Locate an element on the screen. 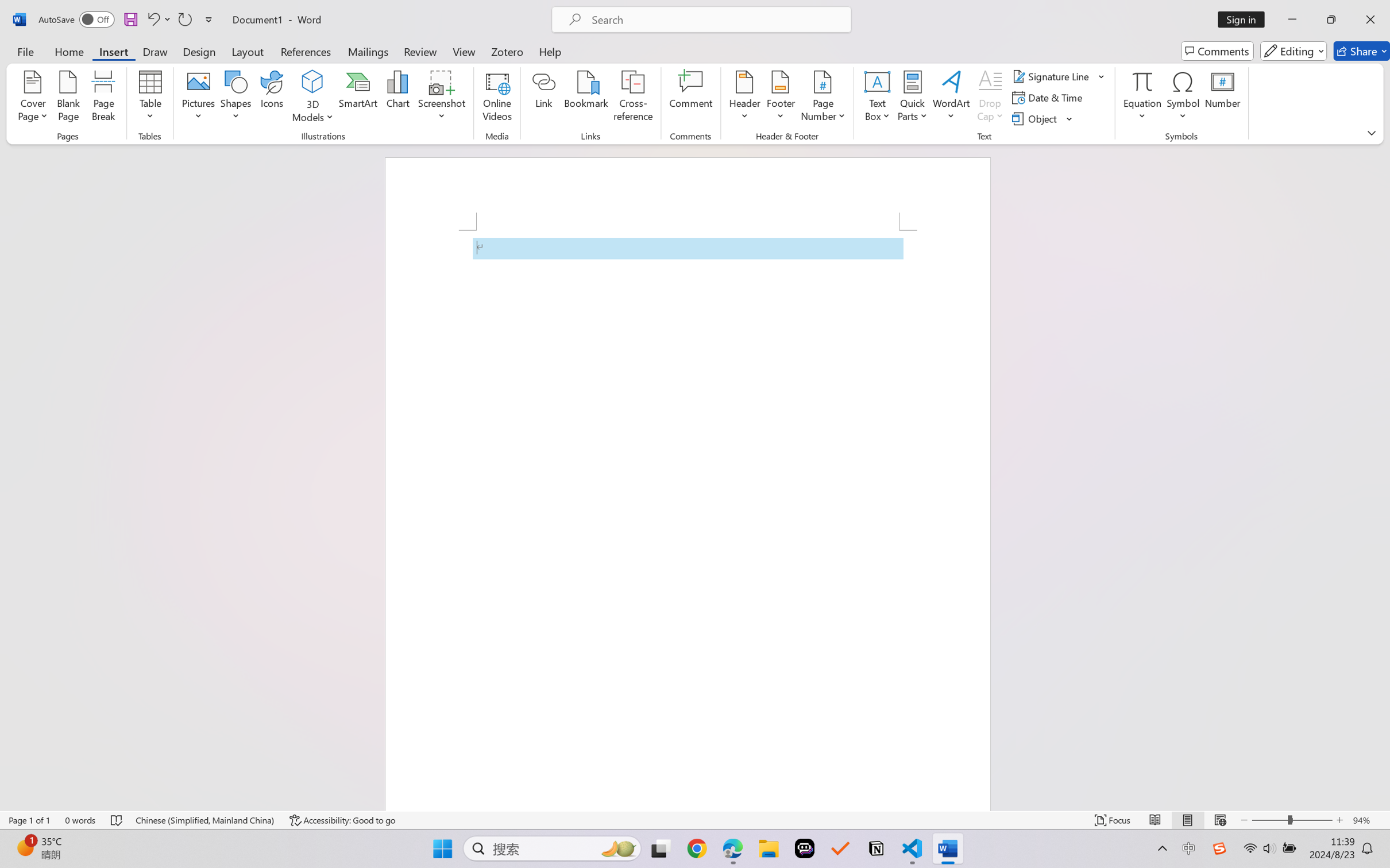  'Shapes' is located at coordinates (234, 98).